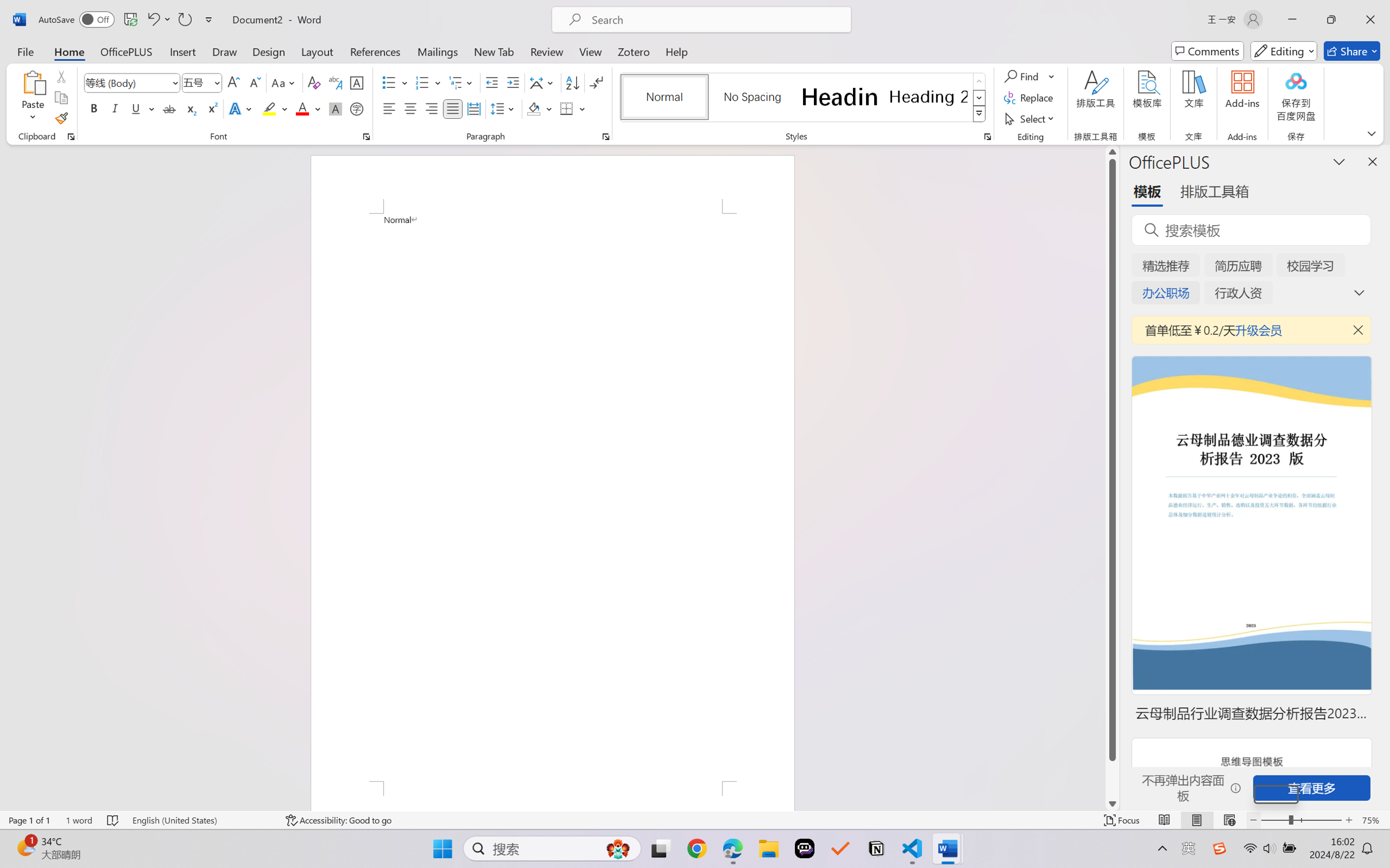 The width and height of the screenshot is (1390, 868). Describe the element at coordinates (202, 83) in the screenshot. I see `'Font Size'` at that location.